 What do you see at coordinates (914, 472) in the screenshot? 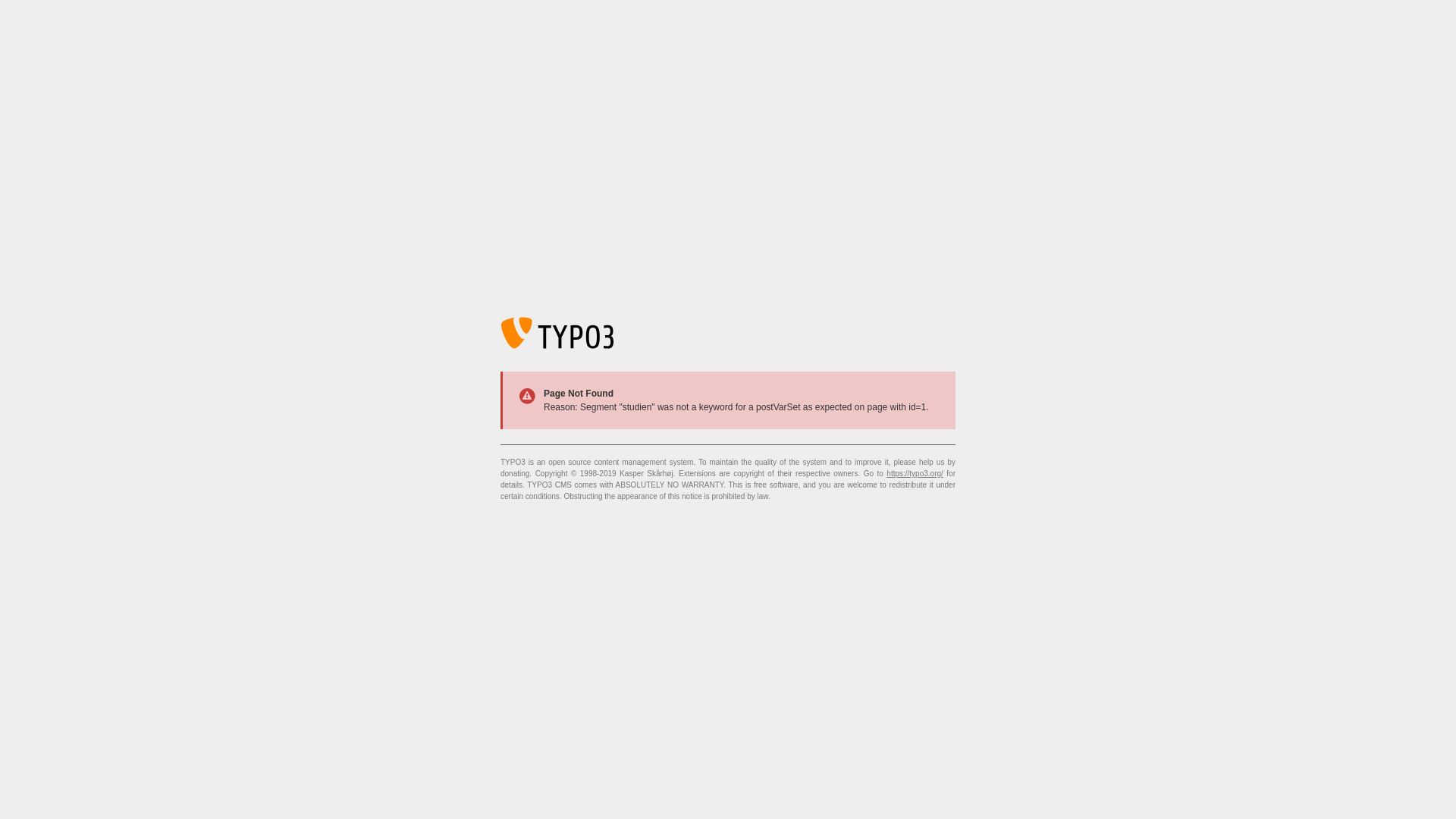
I see `'https://typo3.org/'` at bounding box center [914, 472].